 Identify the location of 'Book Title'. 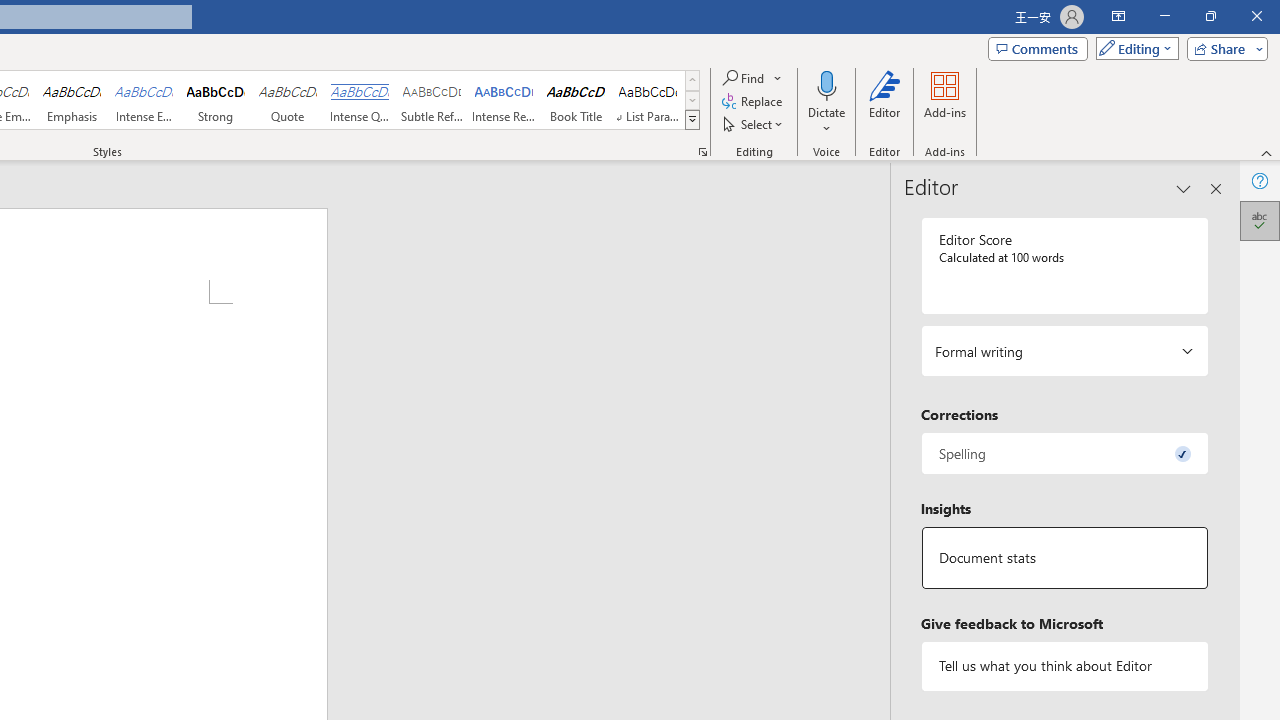
(575, 100).